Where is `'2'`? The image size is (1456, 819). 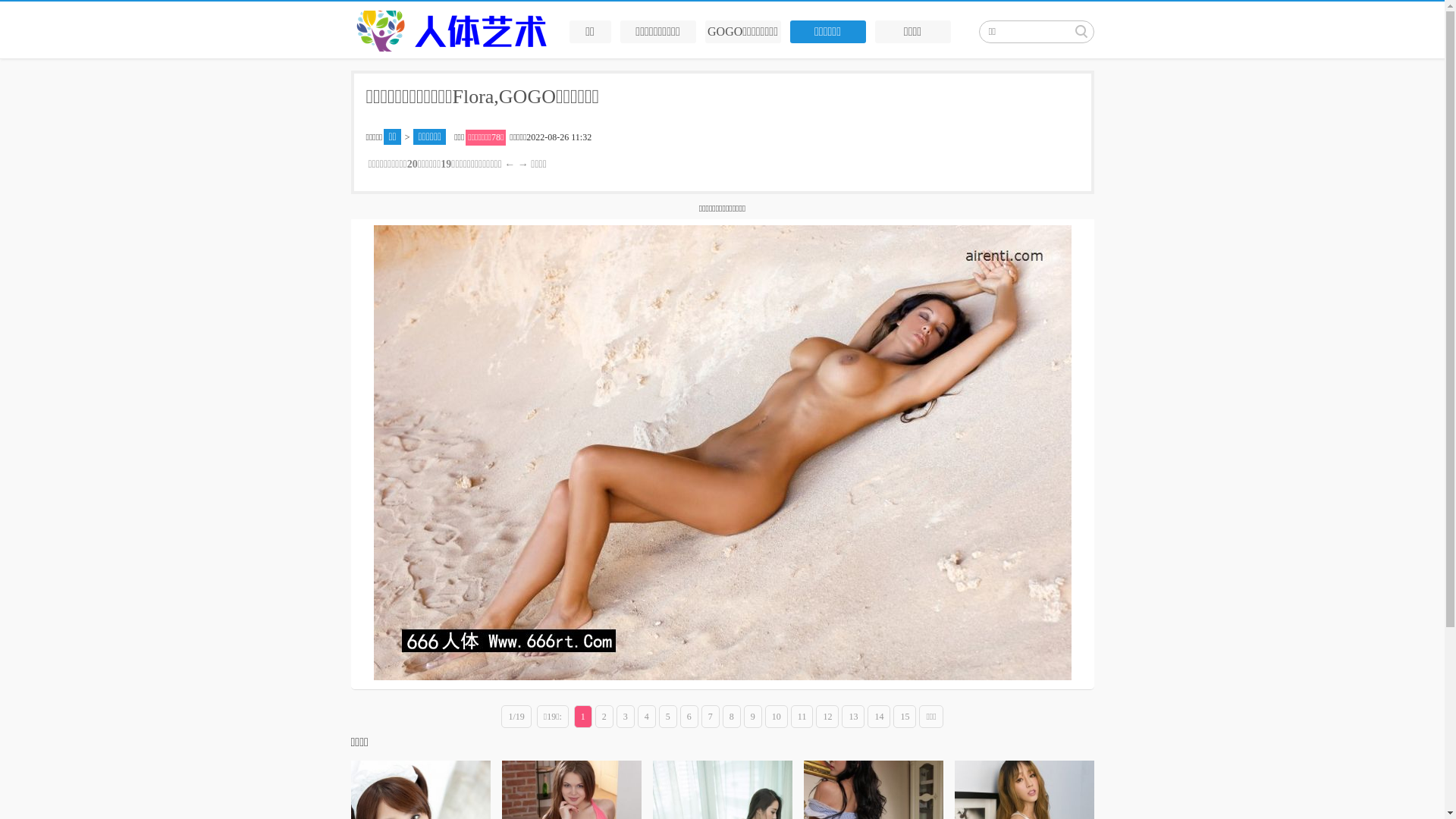 '2' is located at coordinates (595, 717).